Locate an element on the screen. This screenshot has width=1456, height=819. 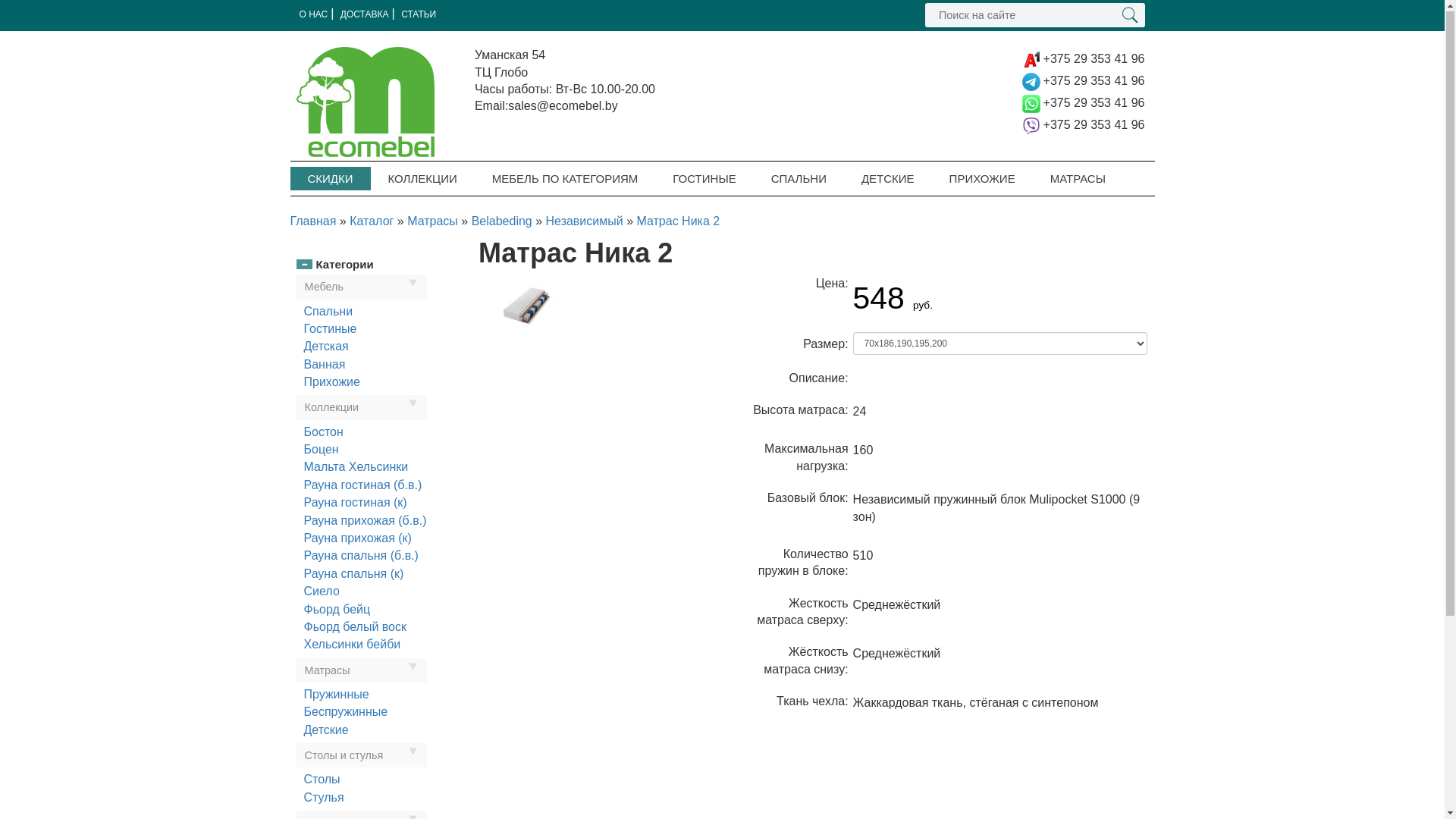
'Telegram' is located at coordinates (1031, 81).